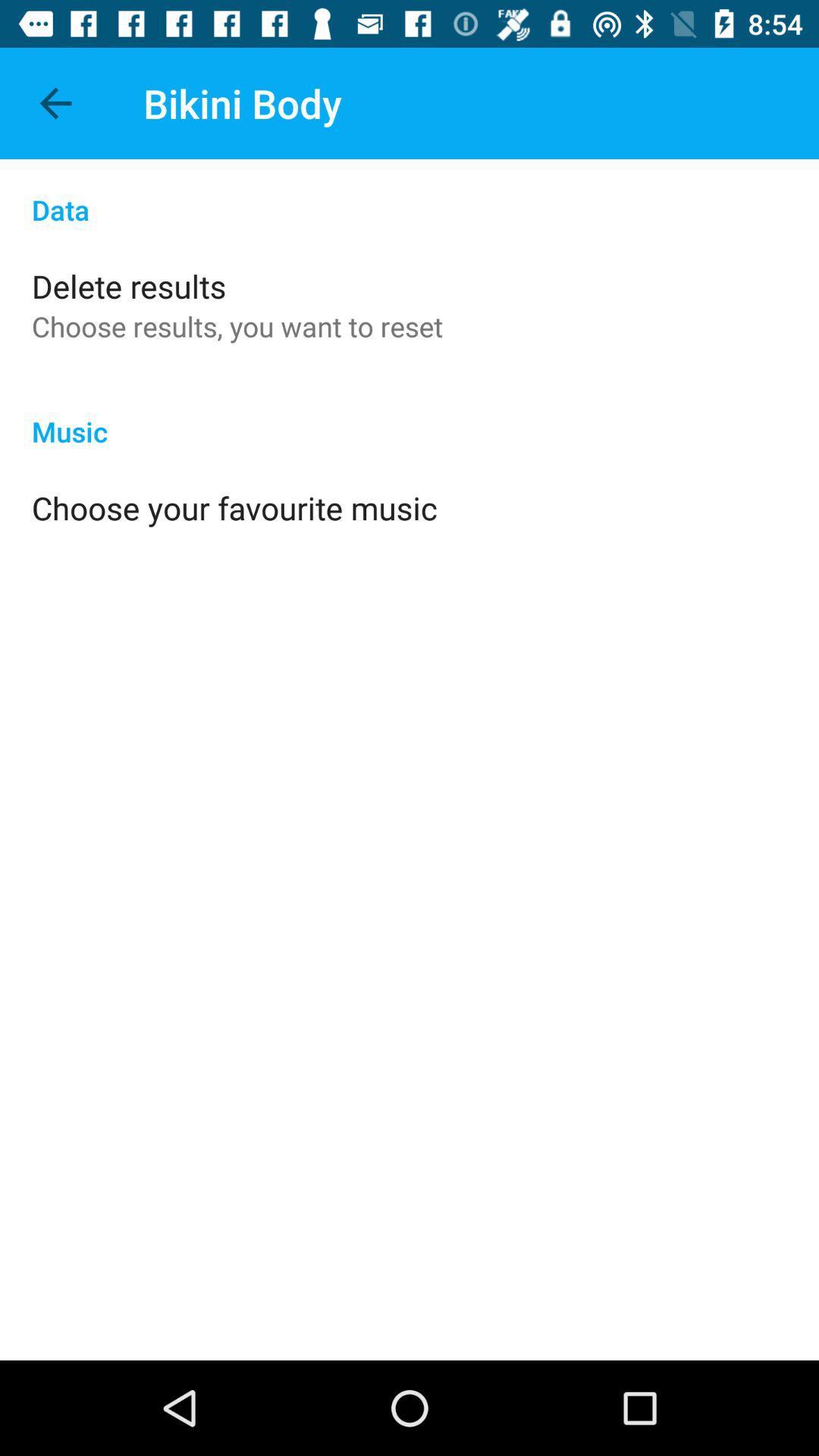  I want to click on the choose results you app, so click(237, 325).